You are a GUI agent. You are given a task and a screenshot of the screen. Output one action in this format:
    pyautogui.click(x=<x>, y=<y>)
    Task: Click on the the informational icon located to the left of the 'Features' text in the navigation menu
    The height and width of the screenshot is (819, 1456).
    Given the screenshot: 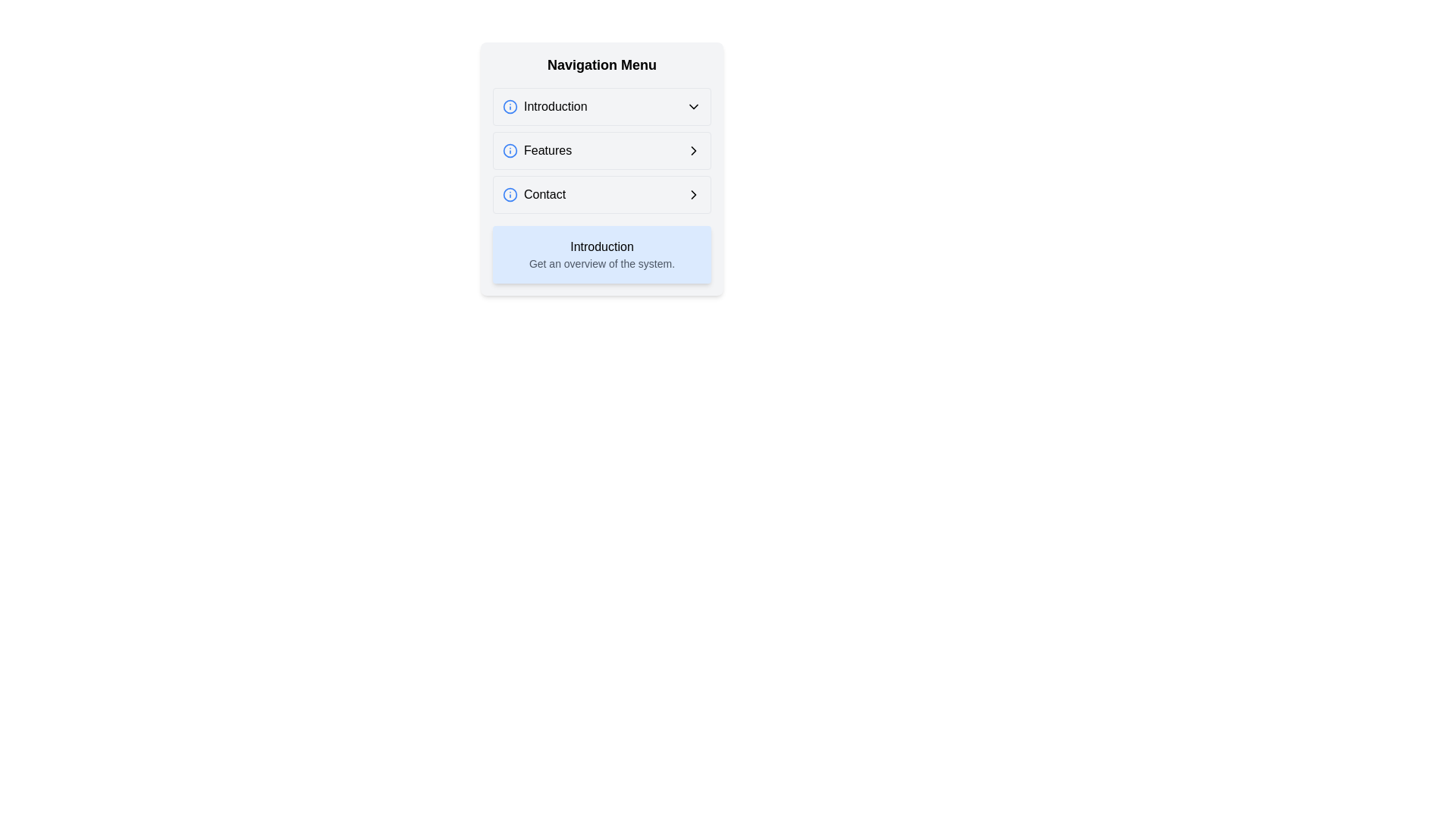 What is the action you would take?
    pyautogui.click(x=510, y=151)
    